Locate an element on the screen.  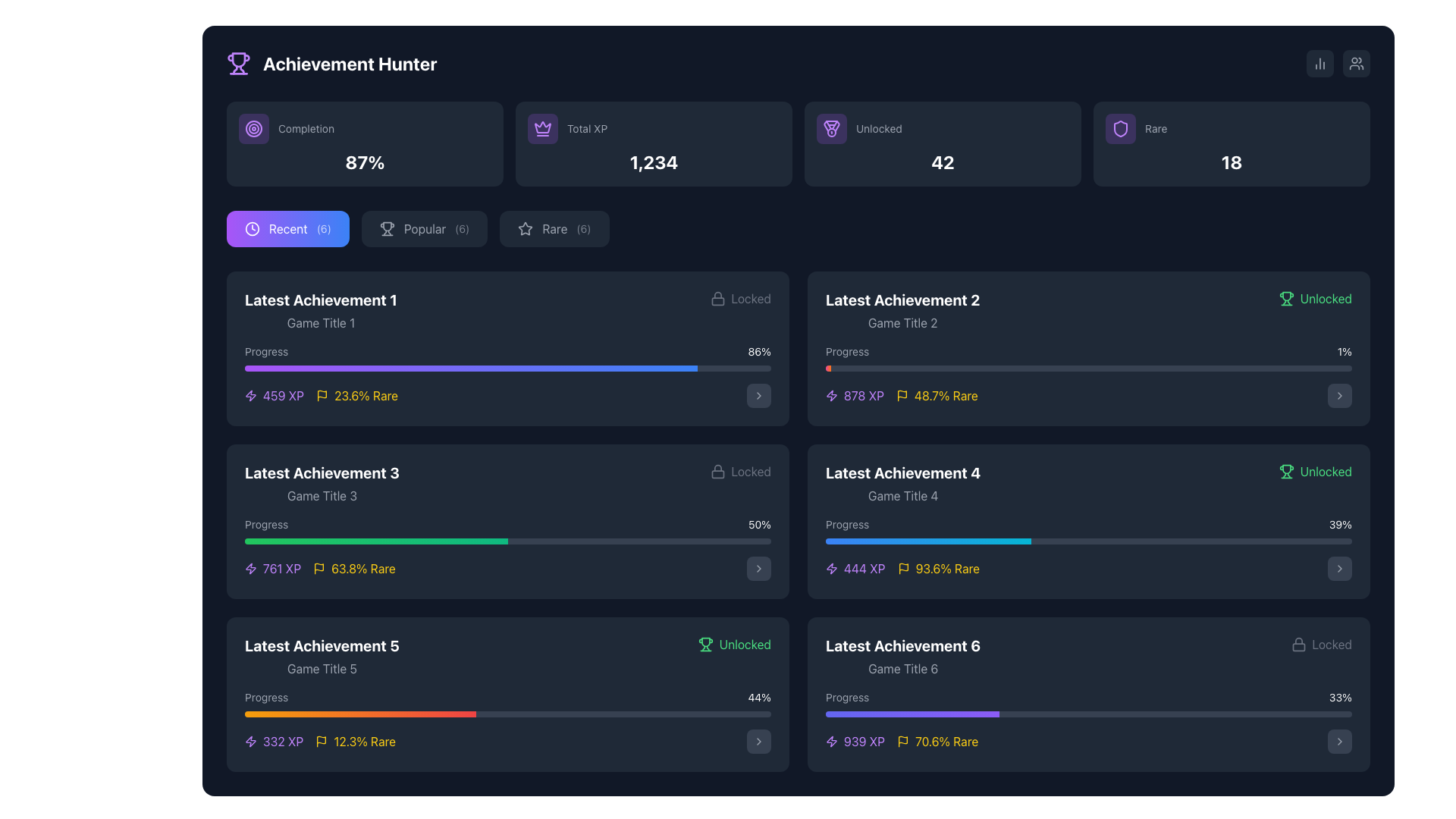
the text label displaying 'Game Title 6' in gray font, which is located directly beneath the bolded title 'Latest Achievement 6' is located at coordinates (903, 668).